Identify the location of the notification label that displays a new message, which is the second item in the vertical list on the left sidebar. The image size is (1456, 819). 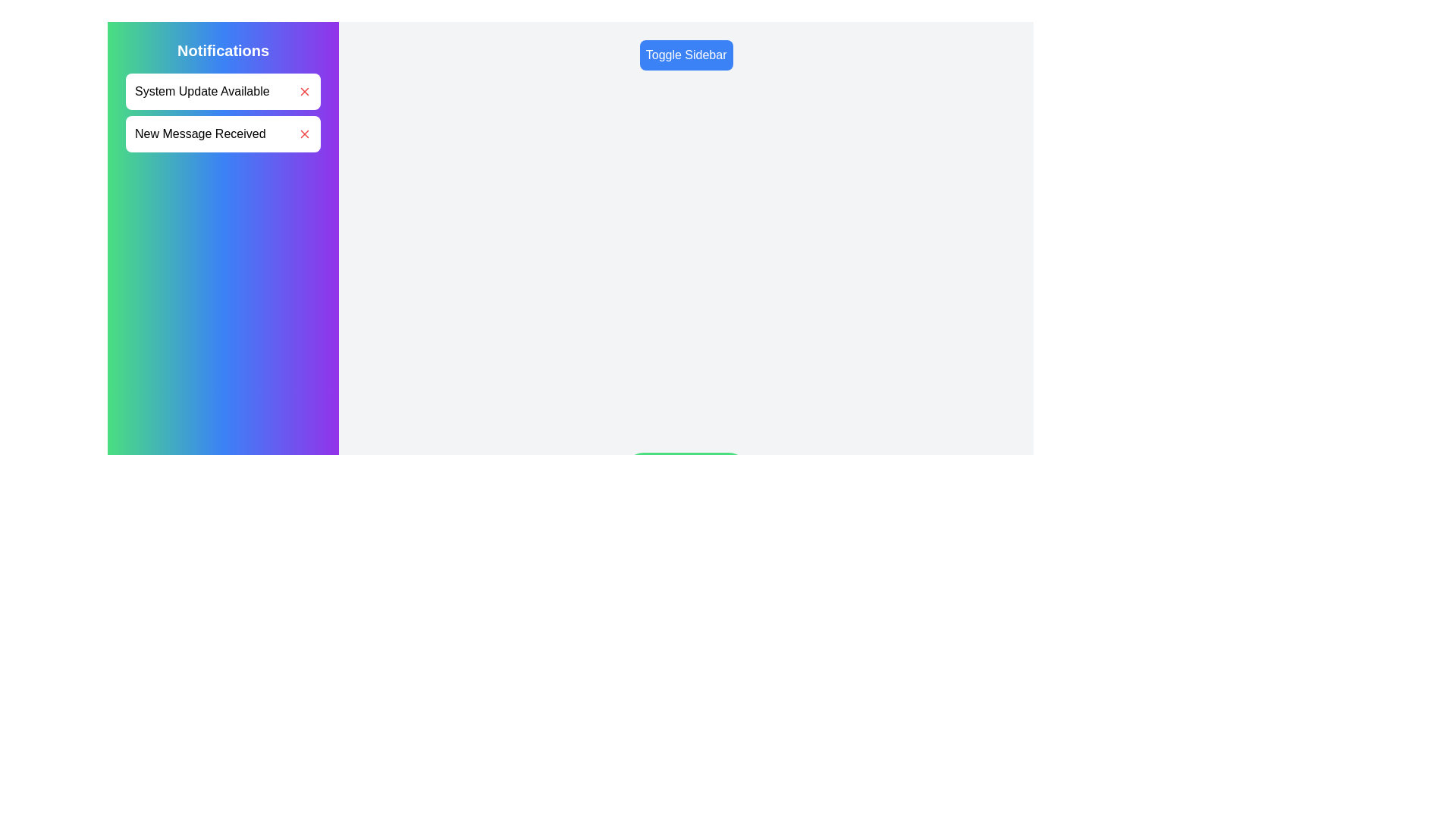
(199, 133).